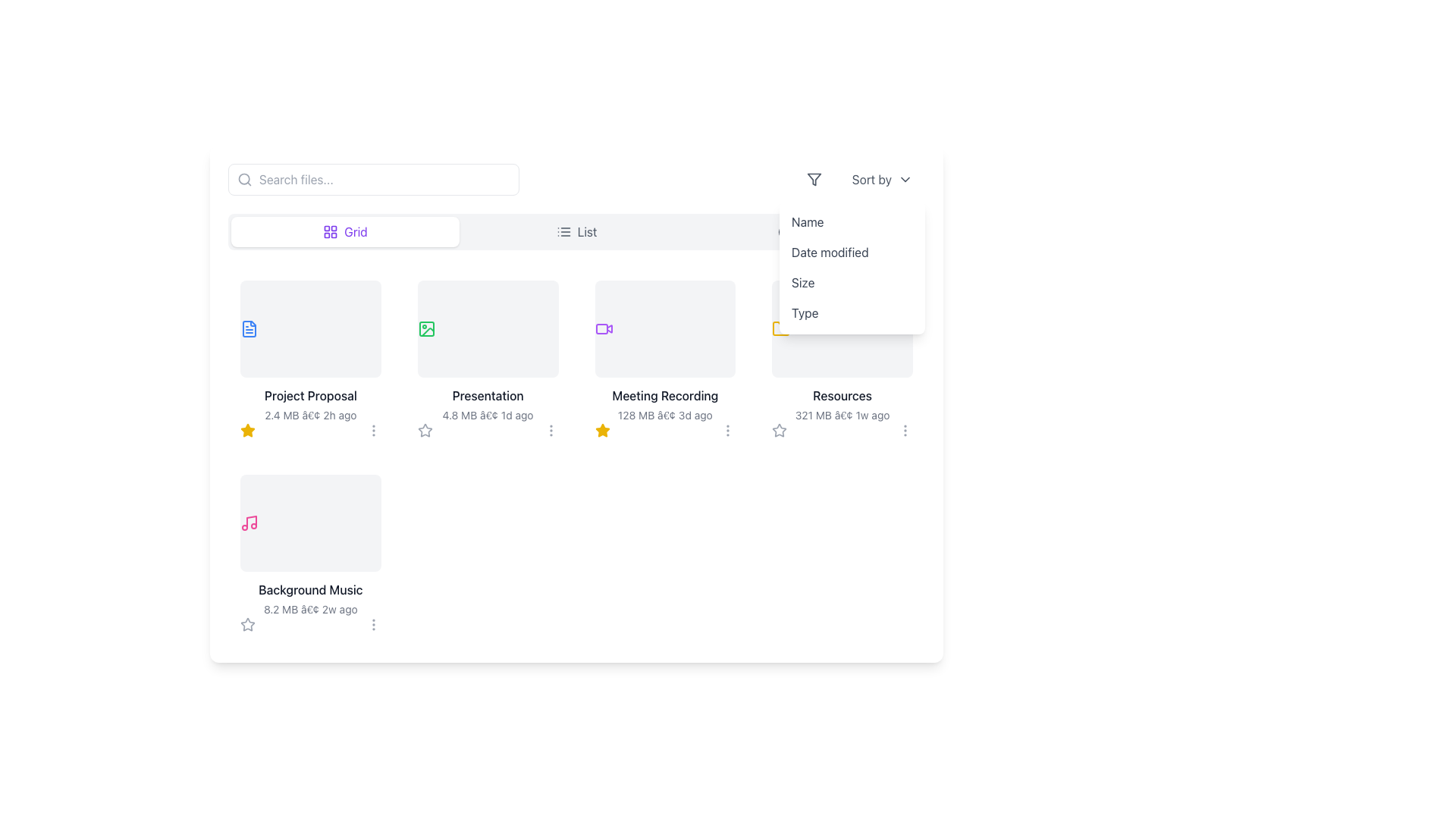 This screenshot has height=819, width=1456. What do you see at coordinates (309, 589) in the screenshot?
I see `the text label displaying 'Background Music', which is styled with medium weight and dark gray color, located in the file listing interface` at bounding box center [309, 589].